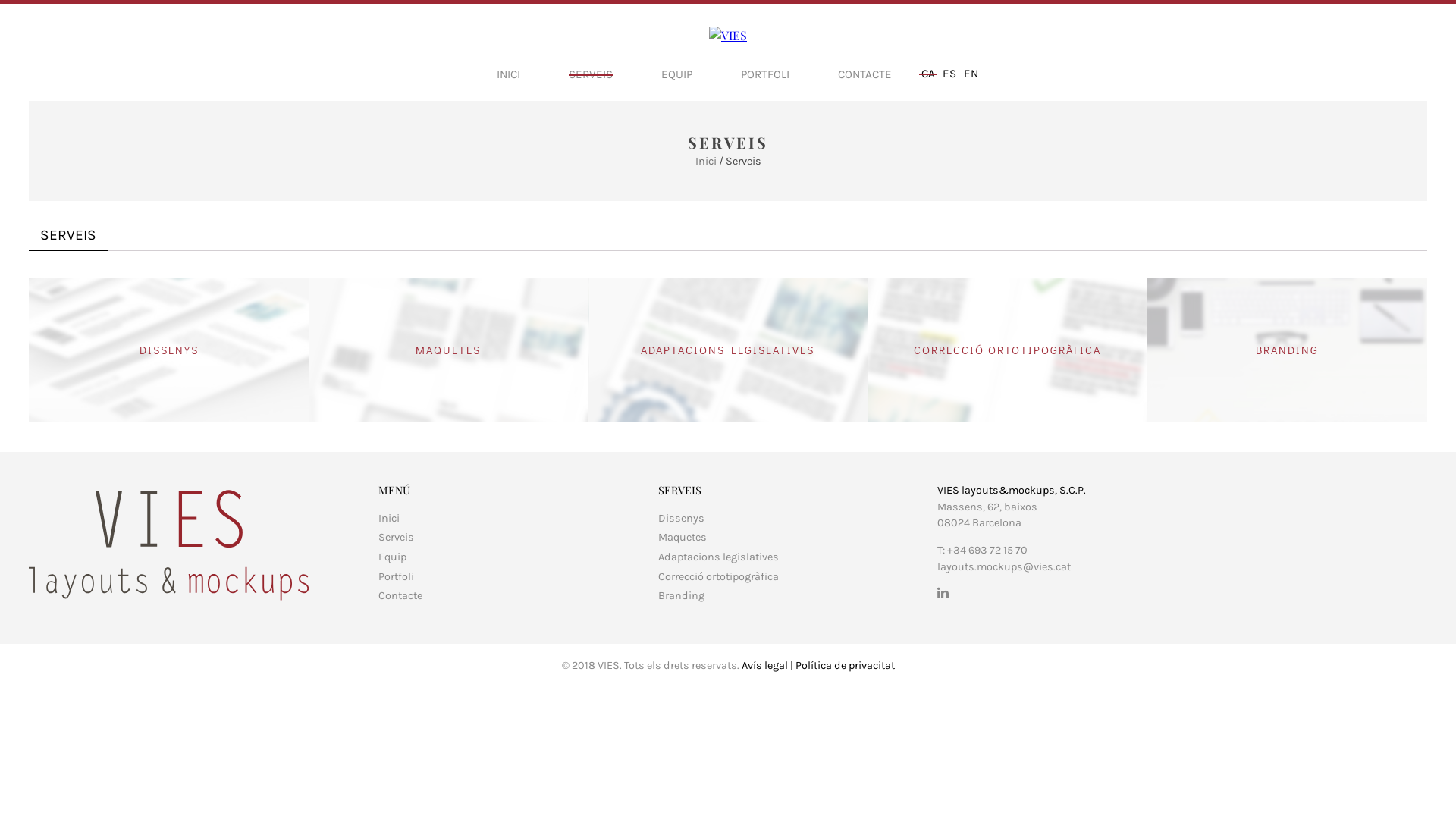  What do you see at coordinates (927, 73) in the screenshot?
I see `'CA'` at bounding box center [927, 73].